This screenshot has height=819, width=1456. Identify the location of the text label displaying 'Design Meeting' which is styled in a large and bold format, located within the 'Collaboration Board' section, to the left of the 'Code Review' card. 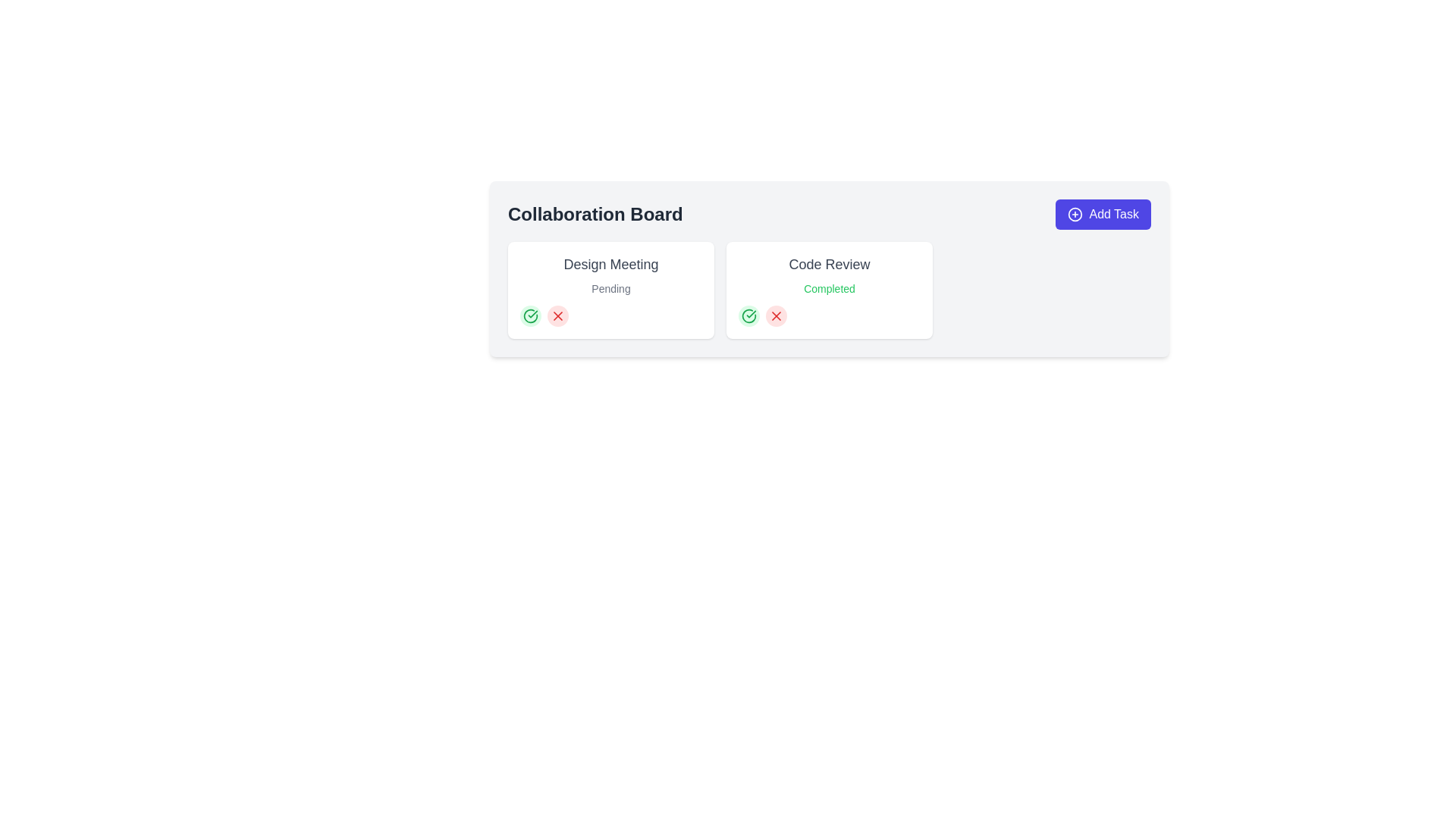
(611, 263).